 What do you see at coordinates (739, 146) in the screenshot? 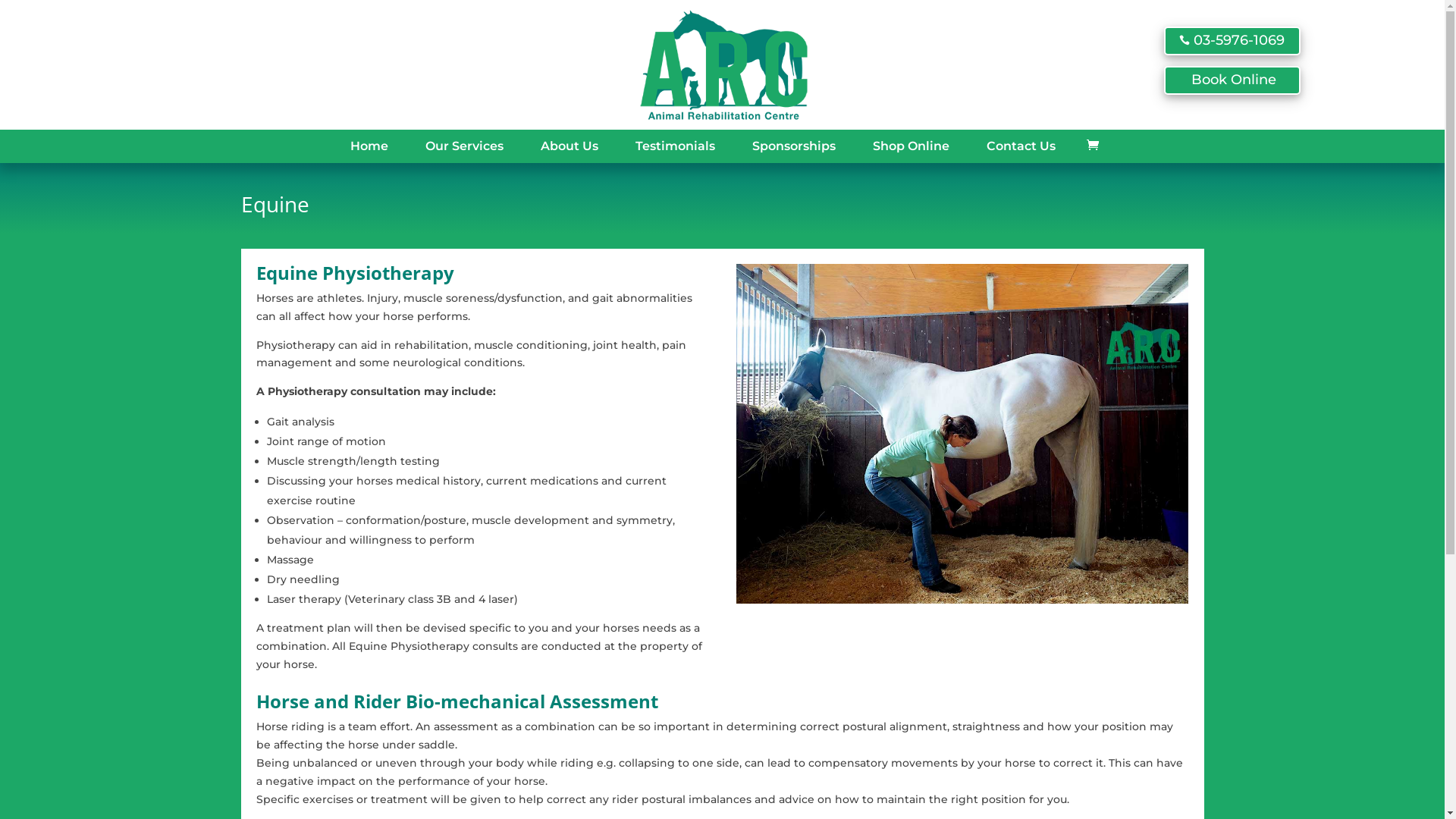
I see `'Sponsorships'` at bounding box center [739, 146].